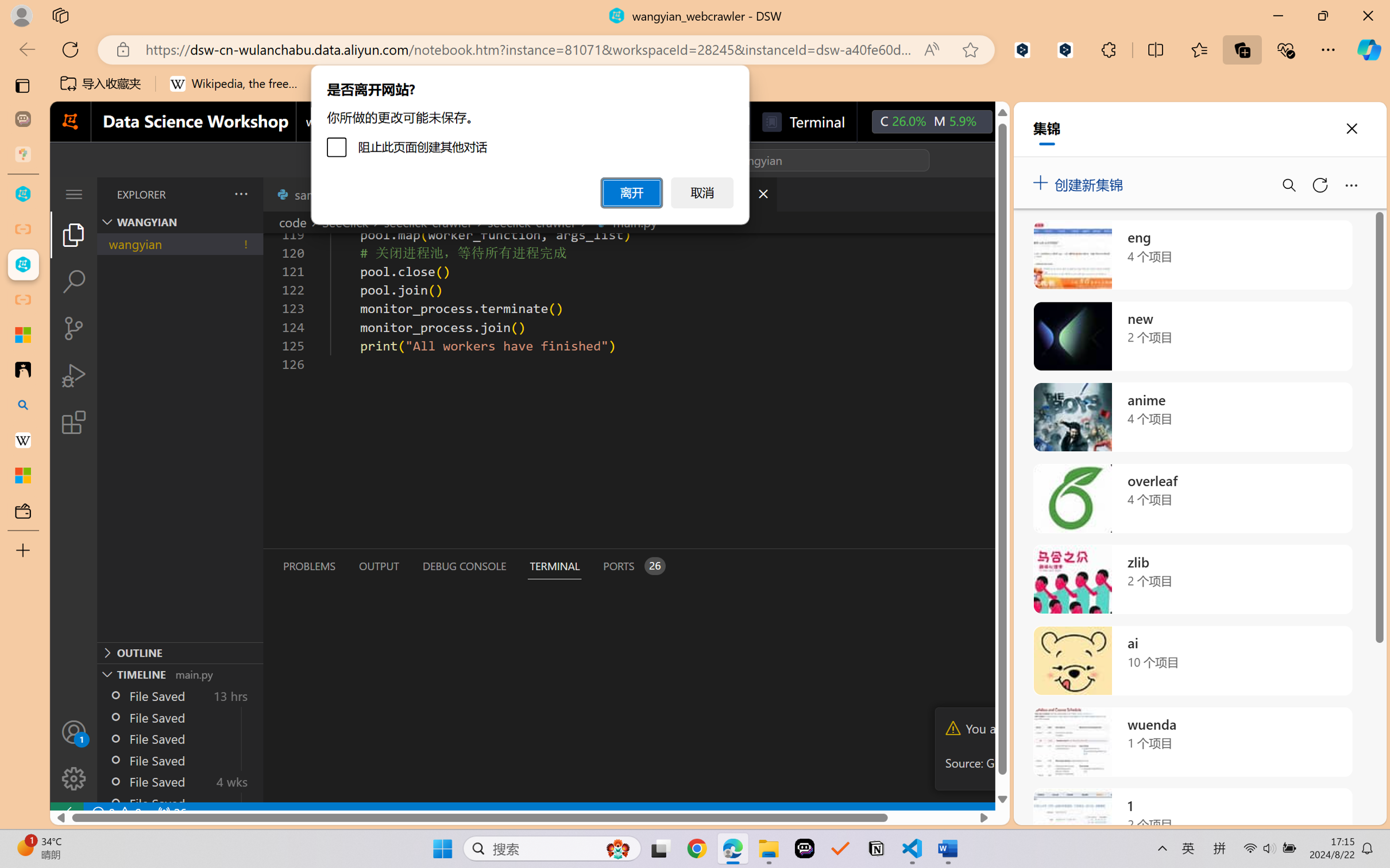 The image size is (1390, 868). What do you see at coordinates (73, 731) in the screenshot?
I see `'Accounts - Sign in requested'` at bounding box center [73, 731].